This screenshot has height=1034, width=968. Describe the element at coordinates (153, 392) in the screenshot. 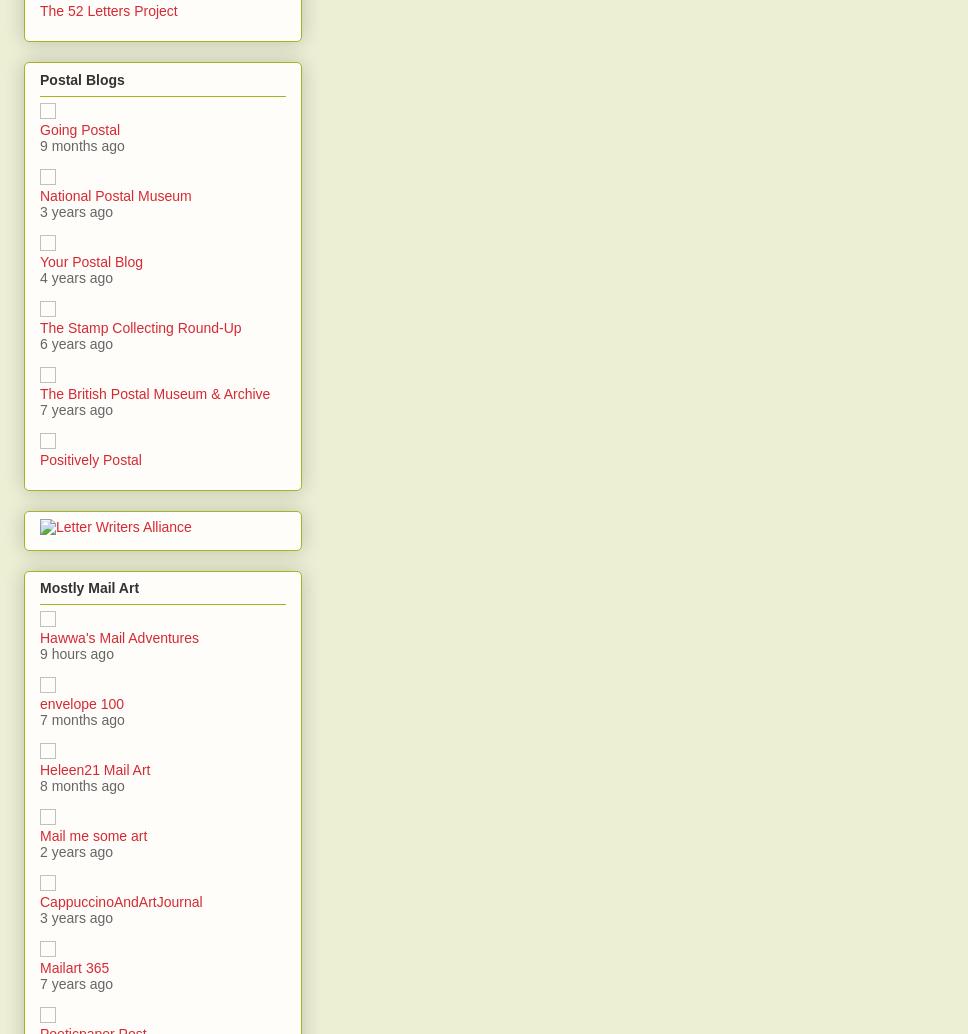

I see `'The British Postal Museum & Archive'` at that location.